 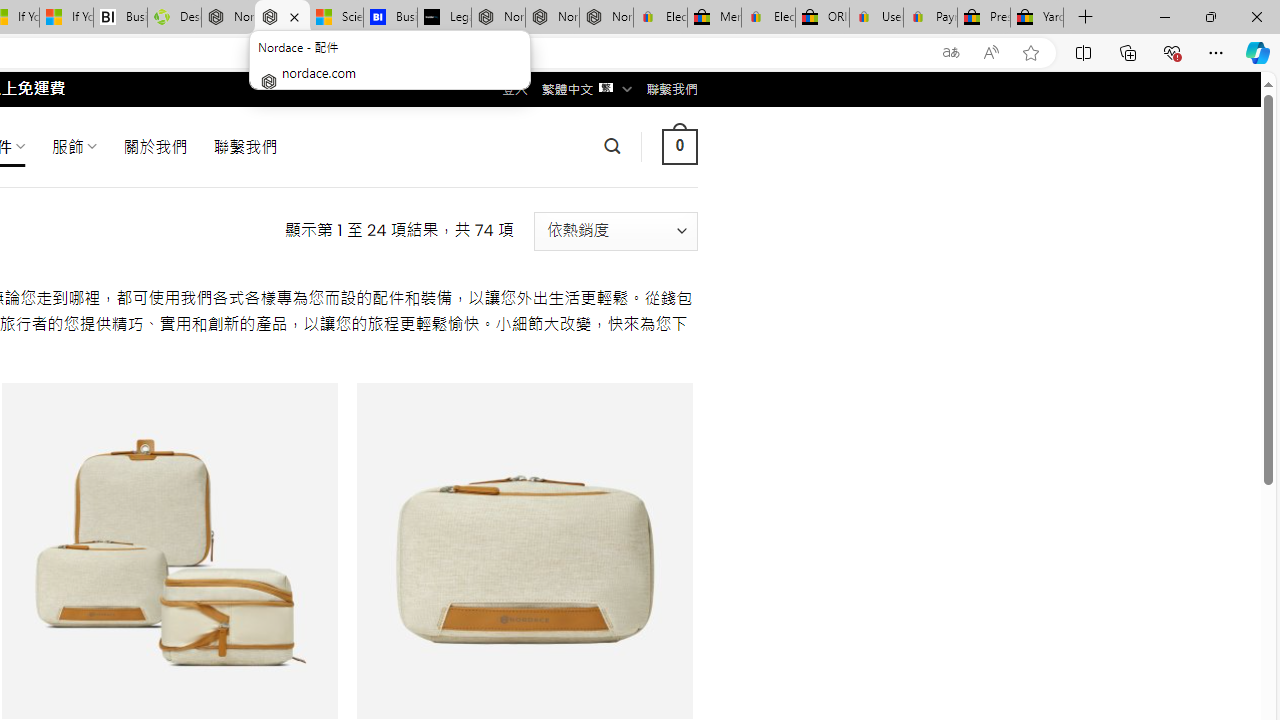 I want to click on 'Descarga Driver Updater', so click(x=174, y=17).